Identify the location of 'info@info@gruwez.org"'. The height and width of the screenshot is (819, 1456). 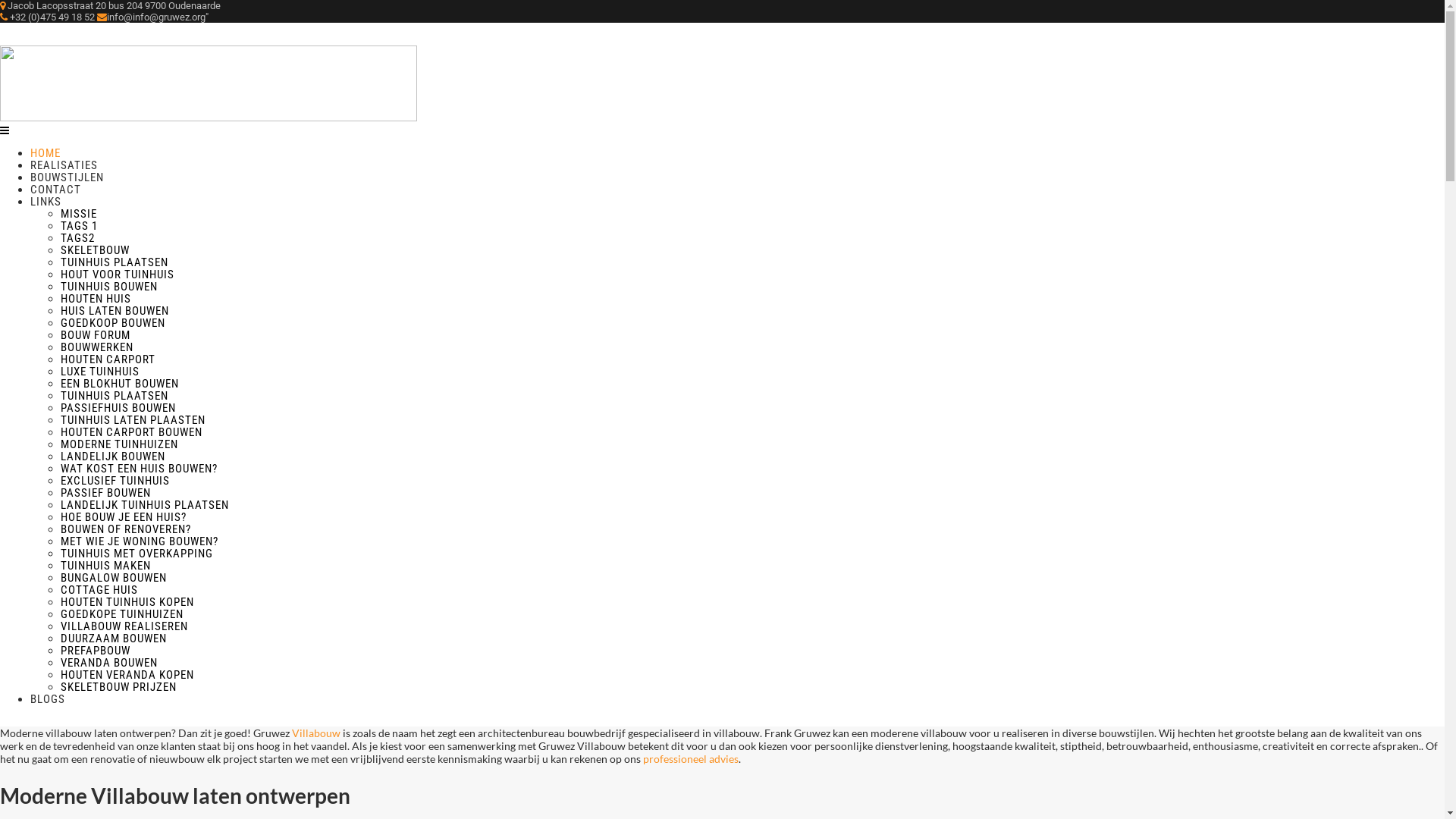
(152, 17).